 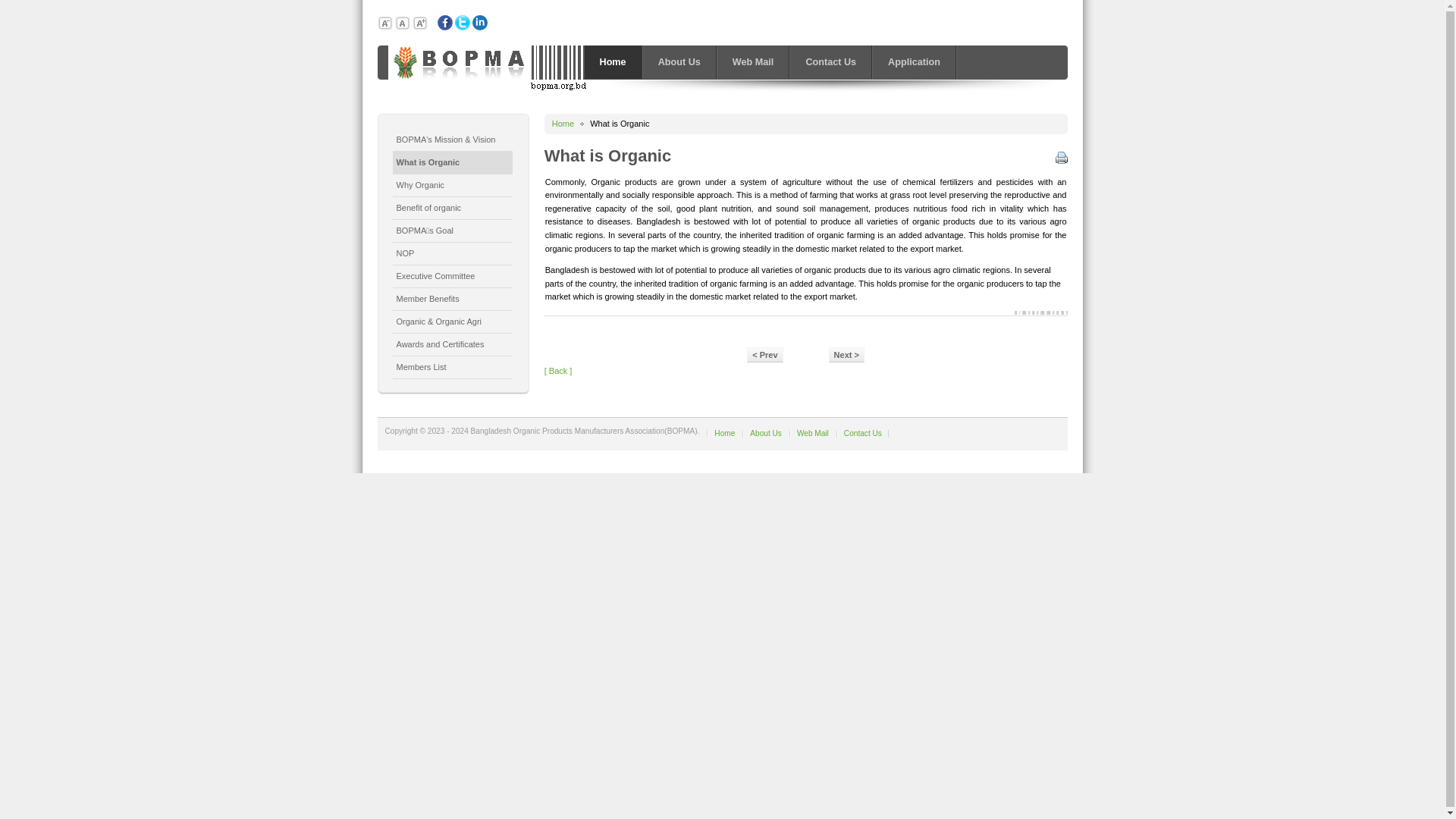 What do you see at coordinates (452, 345) in the screenshot?
I see `'Awards and Certificates'` at bounding box center [452, 345].